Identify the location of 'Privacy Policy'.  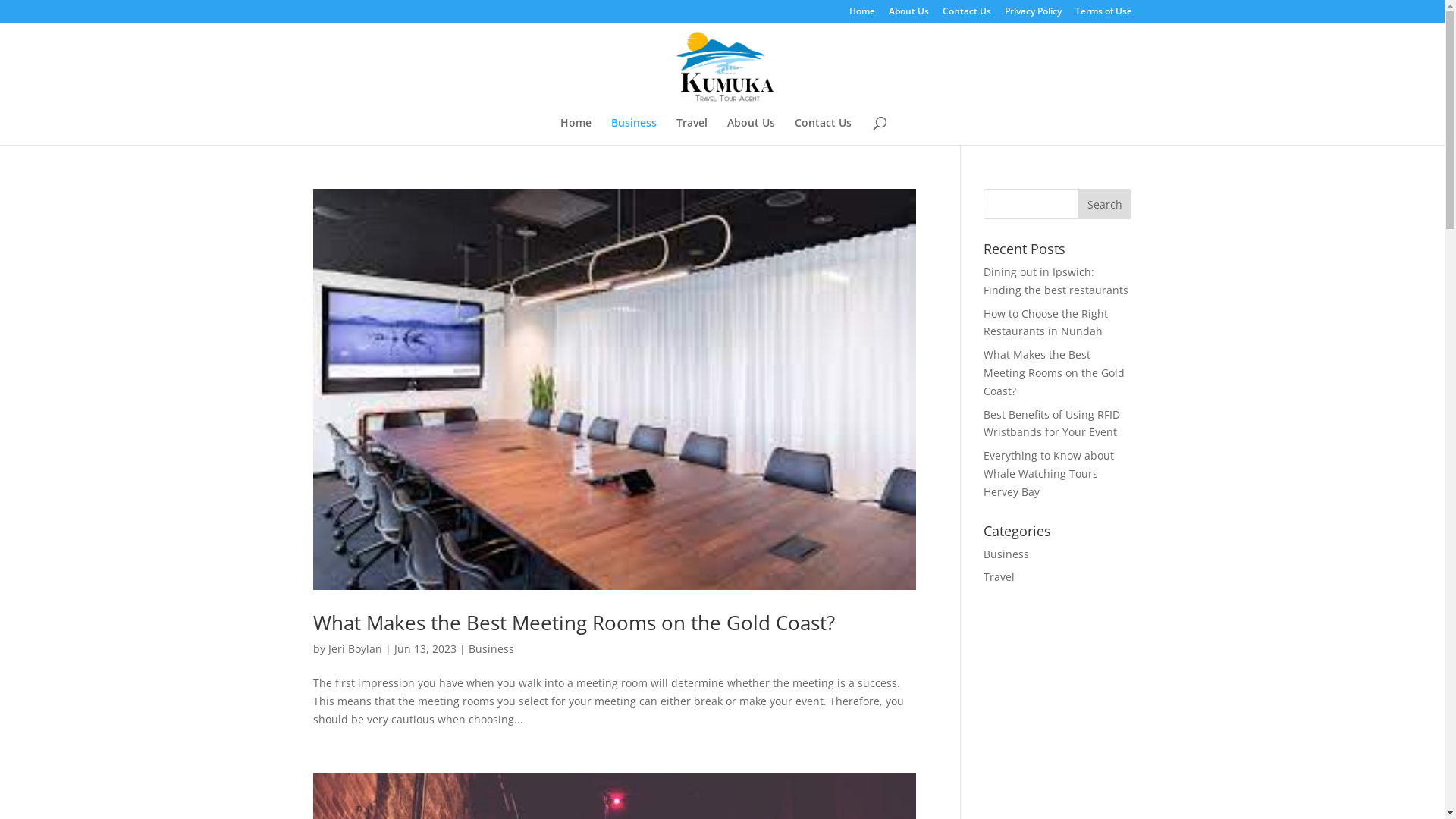
(1031, 14).